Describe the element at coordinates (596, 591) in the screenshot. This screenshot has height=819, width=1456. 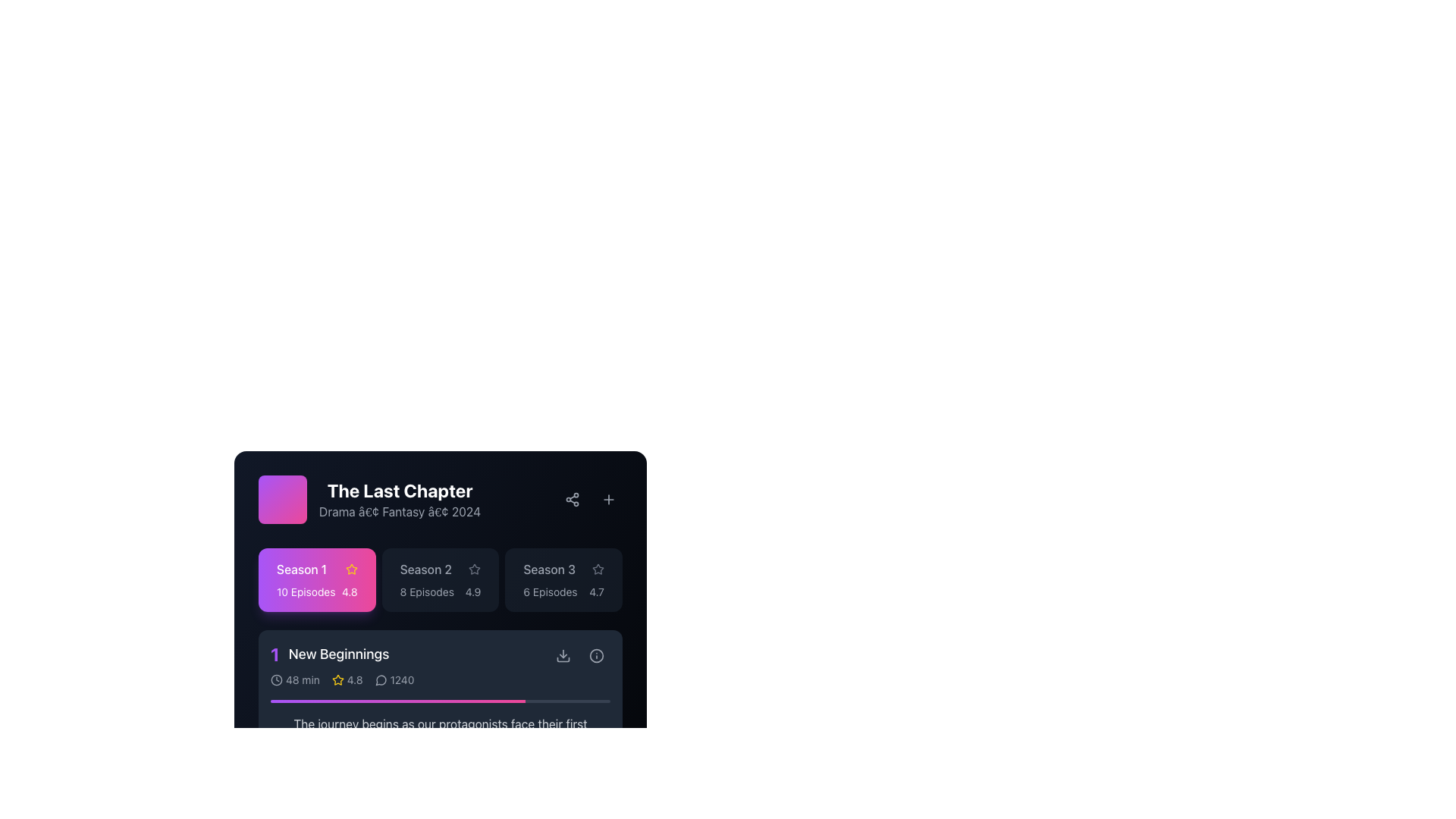
I see `the viewer rating indicator for 'Season 3', which is located in the top-right segment of the 'Season 3' section box, next to the star icon and underneath the 'Season 3' title` at that location.